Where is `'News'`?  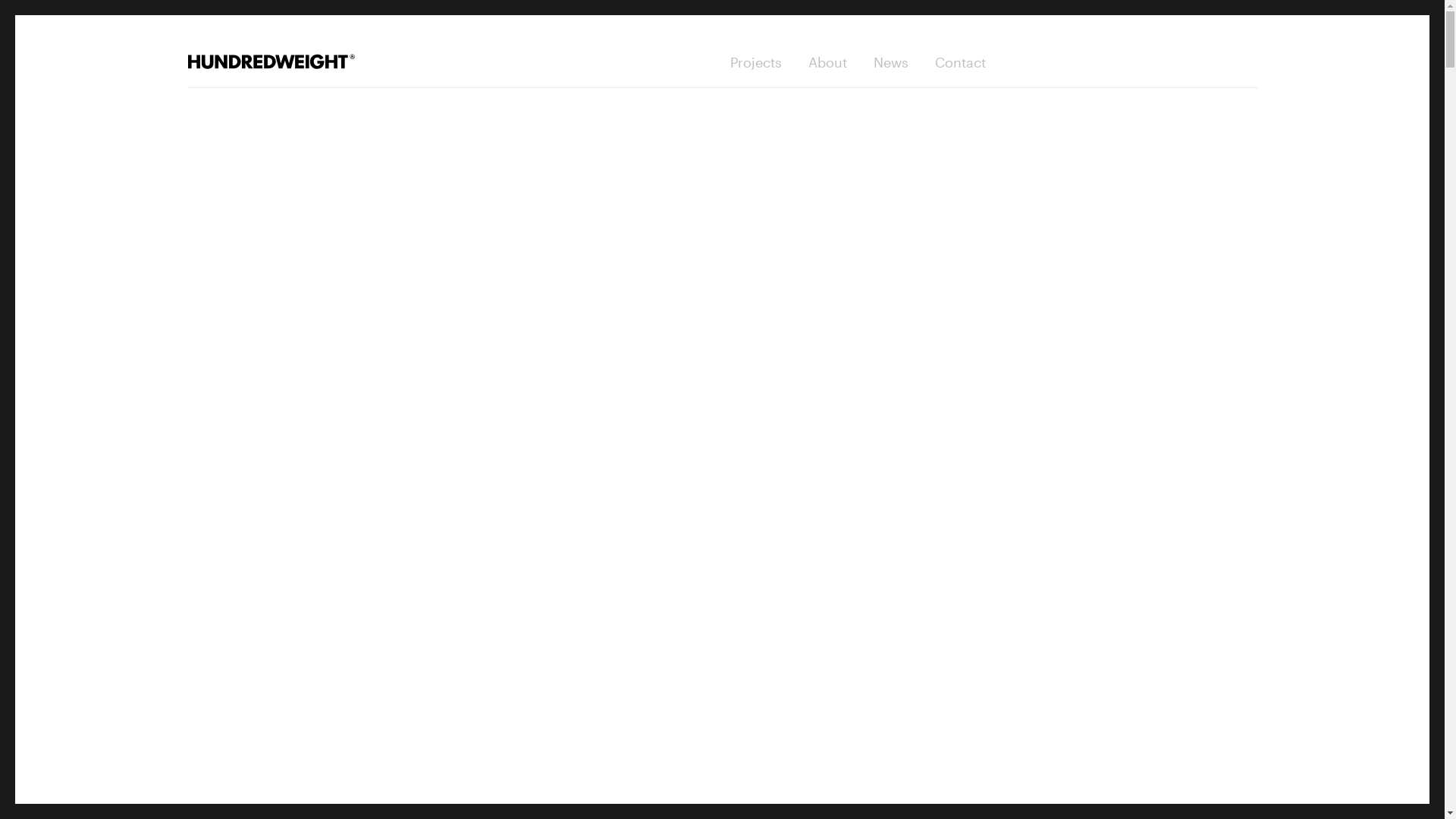 'News' is located at coordinates (891, 61).